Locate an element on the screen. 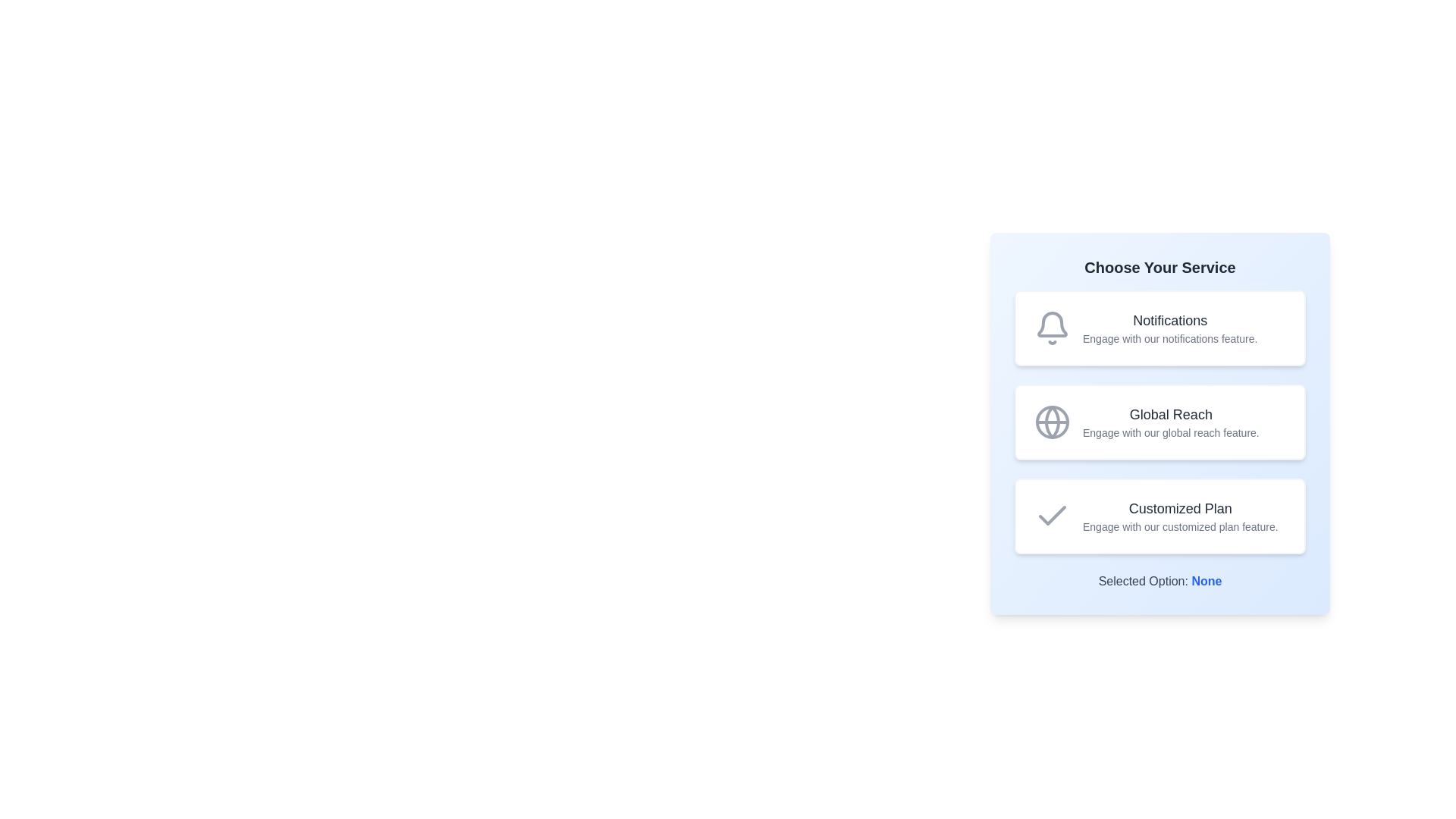  the 'Global Reach' Button-Style Card, which is the middle element in a vertical stack of three cards labeled 'Notifications', 'Global Reach', and 'Customized Plan' is located at coordinates (1159, 422).